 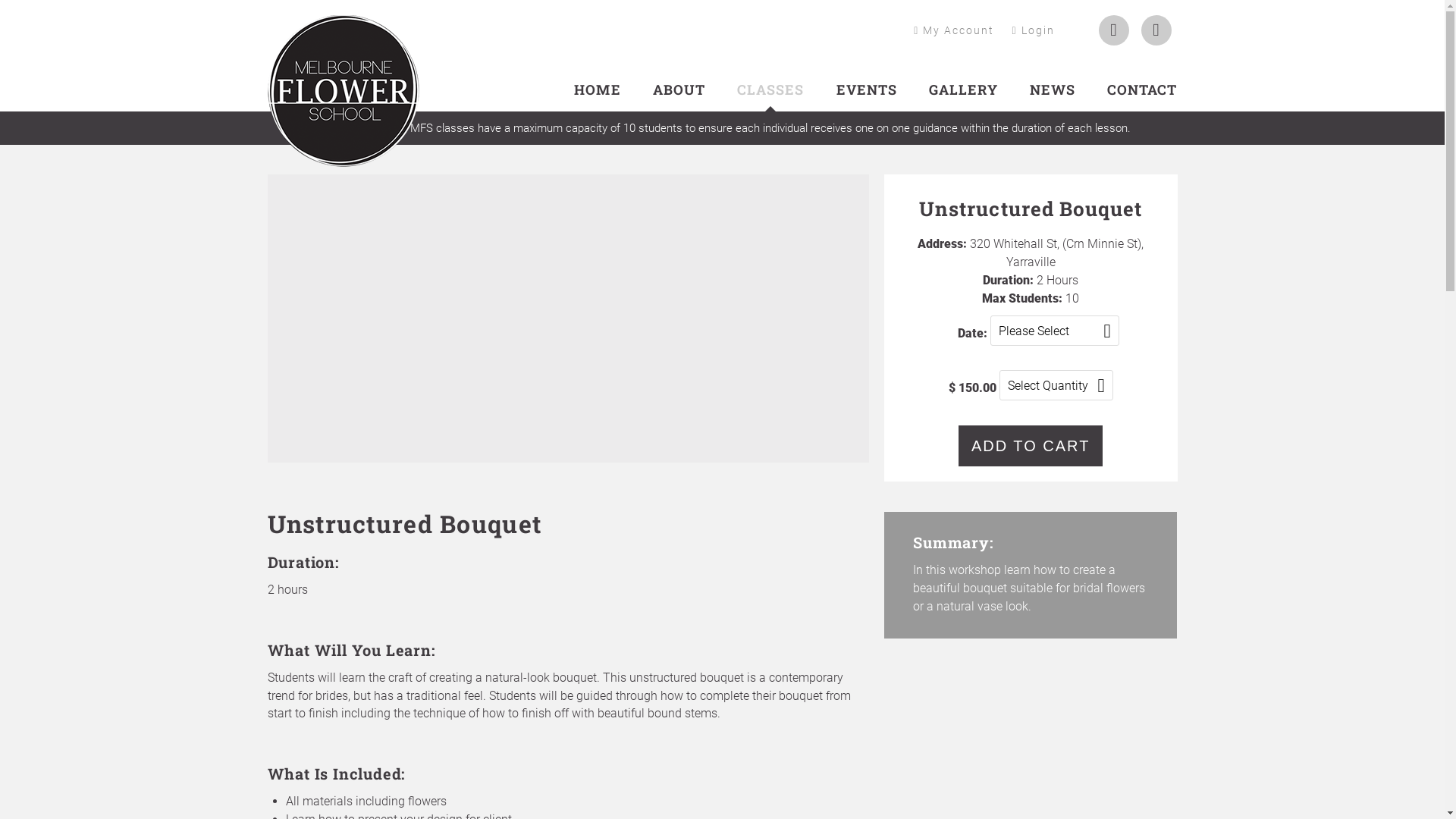 I want to click on 'NEWS', so click(x=1051, y=89).